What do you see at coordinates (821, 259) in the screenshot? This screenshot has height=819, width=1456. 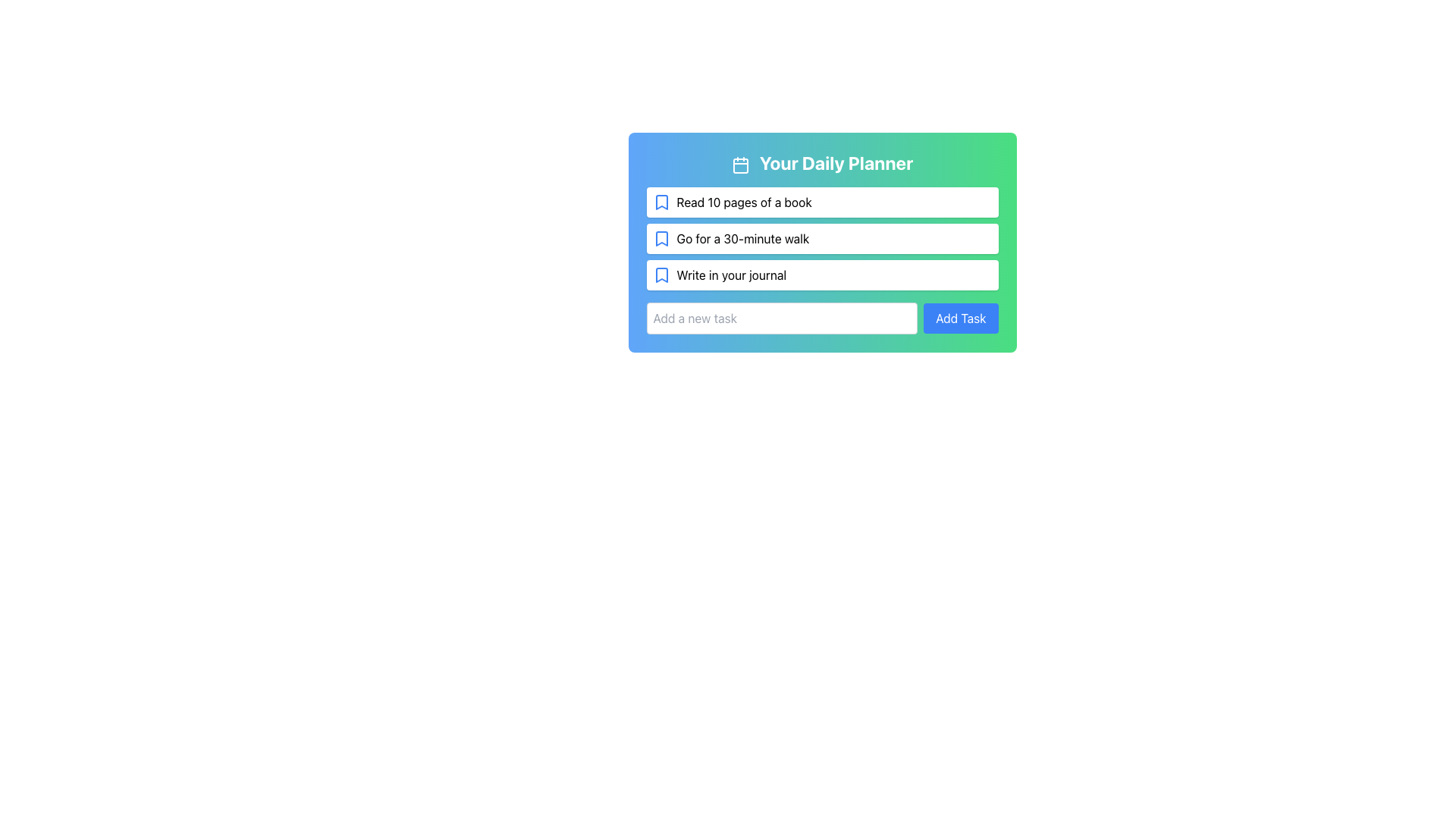 I see `individual tasks within the Task List Section of 'Your Daily Planner'` at bounding box center [821, 259].